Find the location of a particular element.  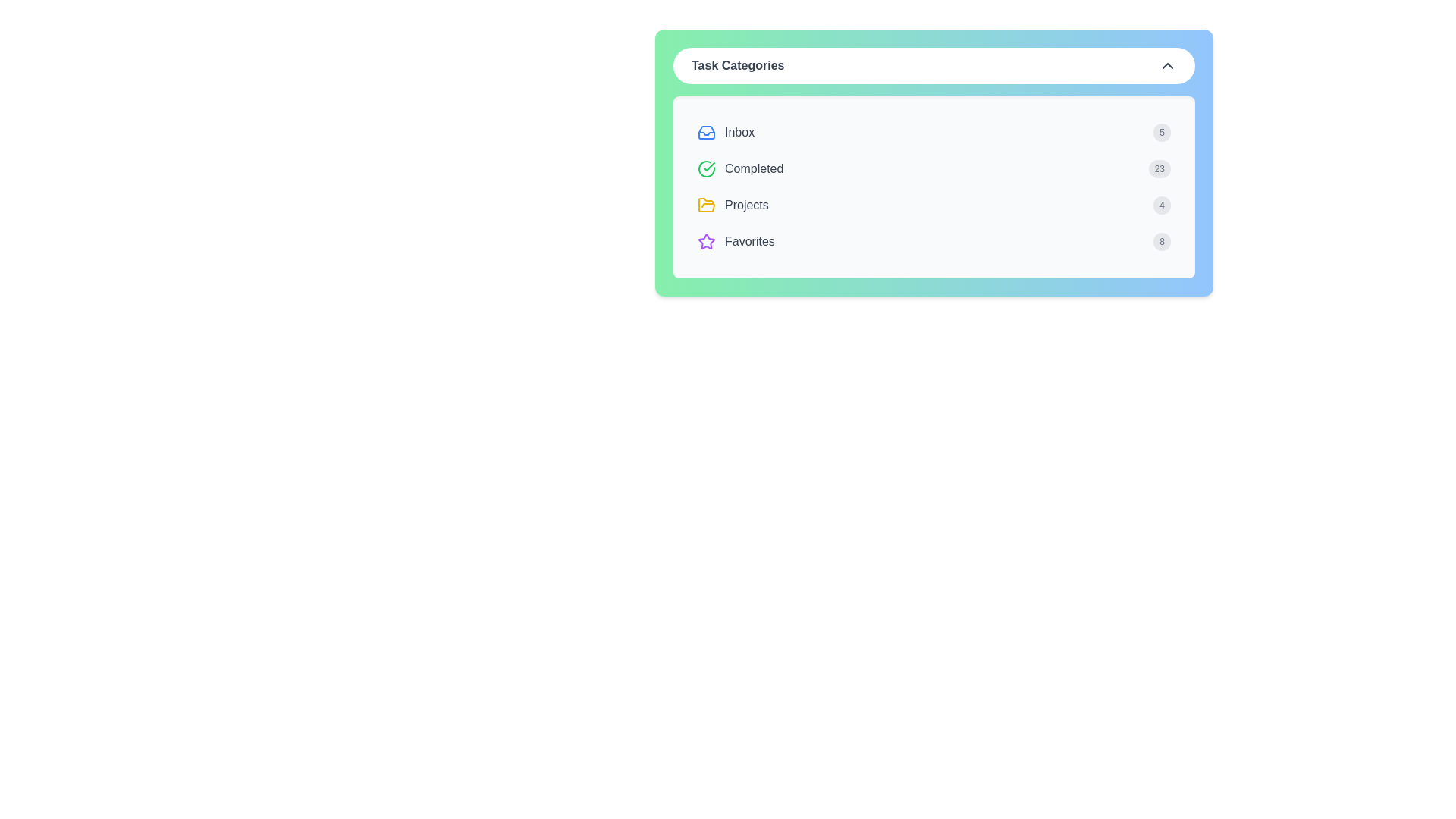

the upward-pointing chevron icon located at the far-right end of the header bar labeled 'Task Categories.' is located at coordinates (1167, 65).